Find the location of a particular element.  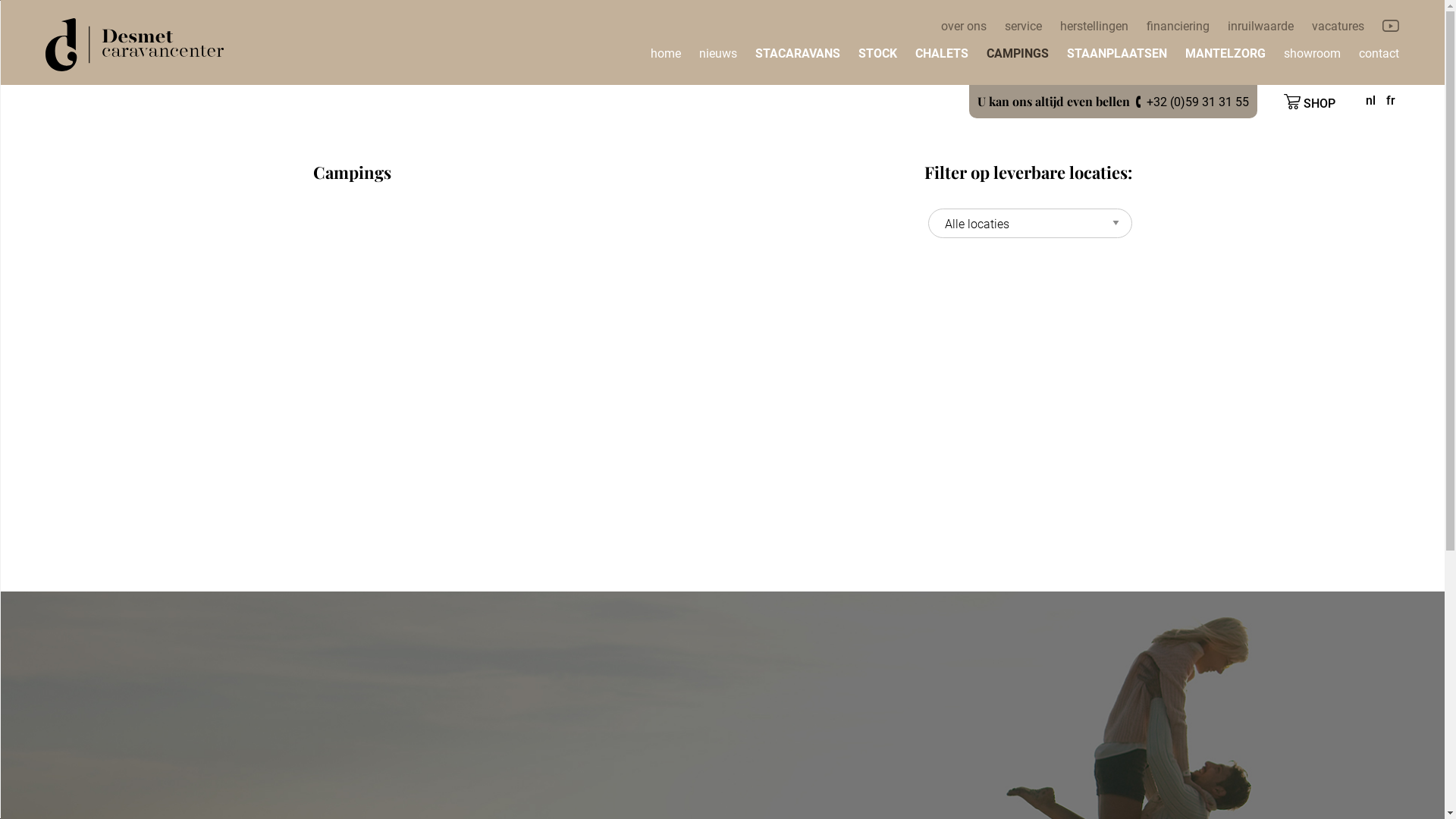

'STOCK' is located at coordinates (851, 52).